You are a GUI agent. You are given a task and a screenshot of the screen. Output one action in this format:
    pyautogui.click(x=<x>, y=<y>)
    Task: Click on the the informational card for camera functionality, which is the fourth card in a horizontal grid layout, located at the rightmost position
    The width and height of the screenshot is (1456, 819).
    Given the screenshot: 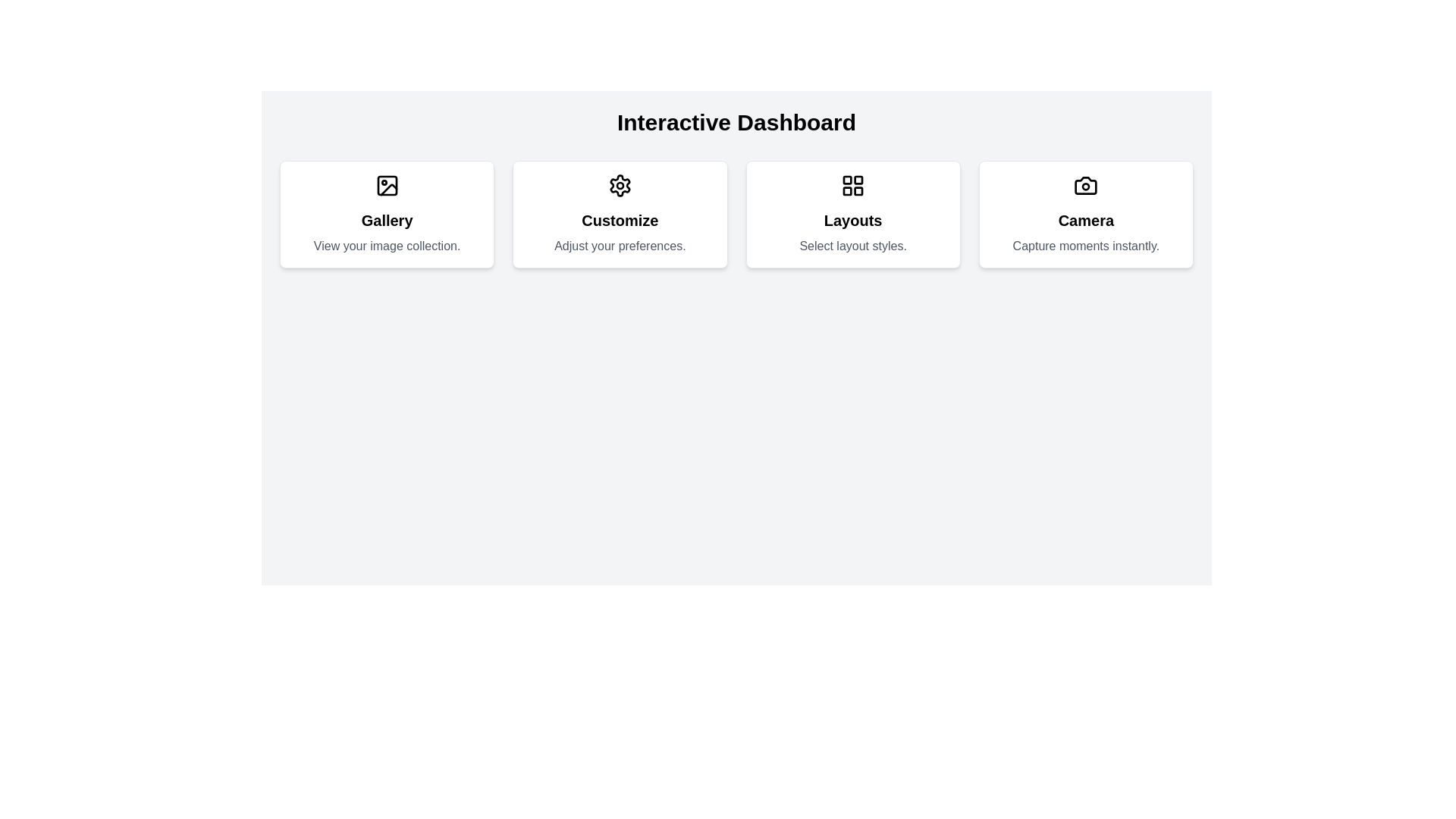 What is the action you would take?
    pyautogui.click(x=1085, y=214)
    